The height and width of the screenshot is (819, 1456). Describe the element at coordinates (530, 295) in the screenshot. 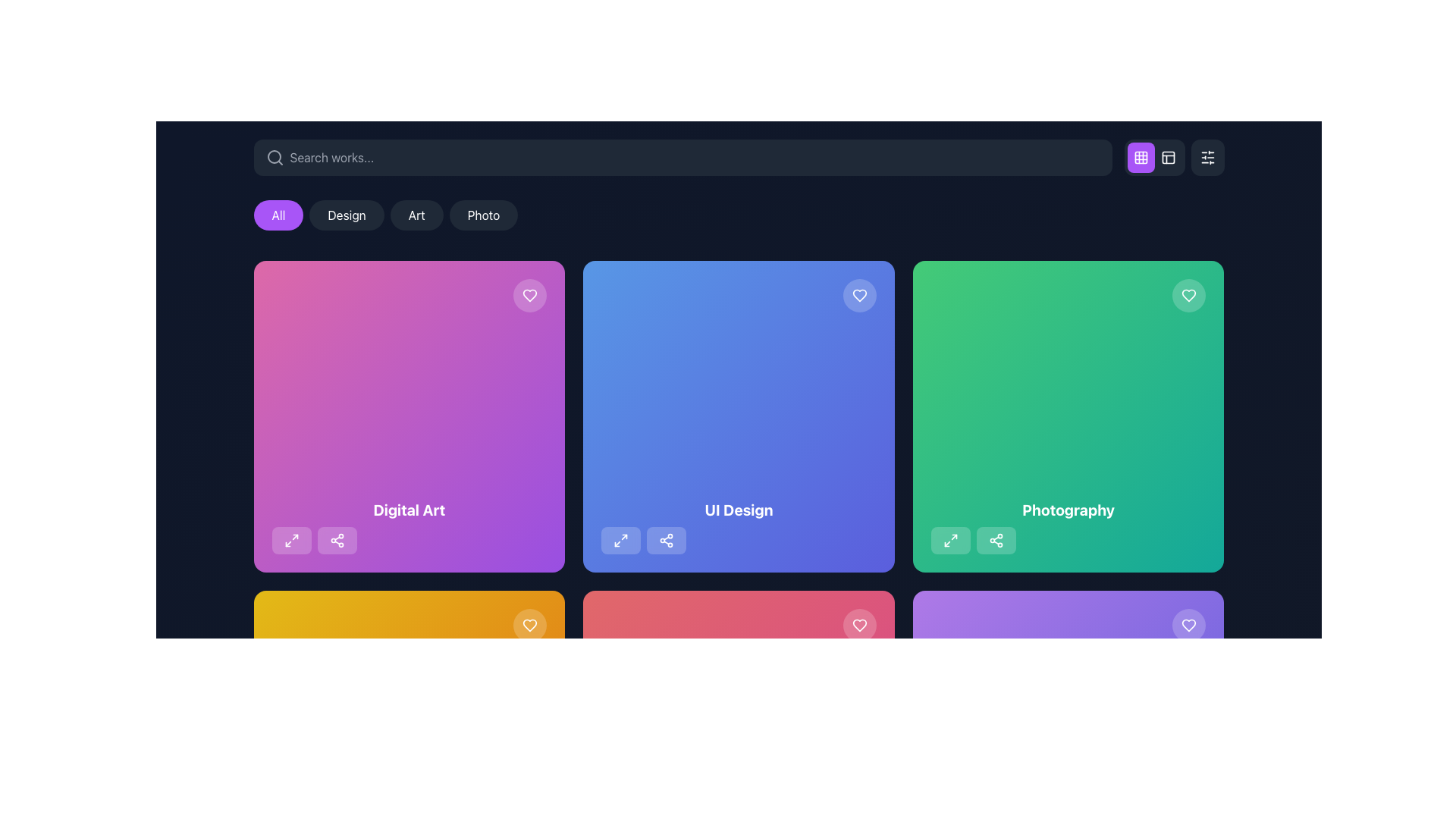

I see `the heart icon located at the center of the circular button in the top-right corner of the 'Digital Art' card to mark the content as preferred or saved` at that location.